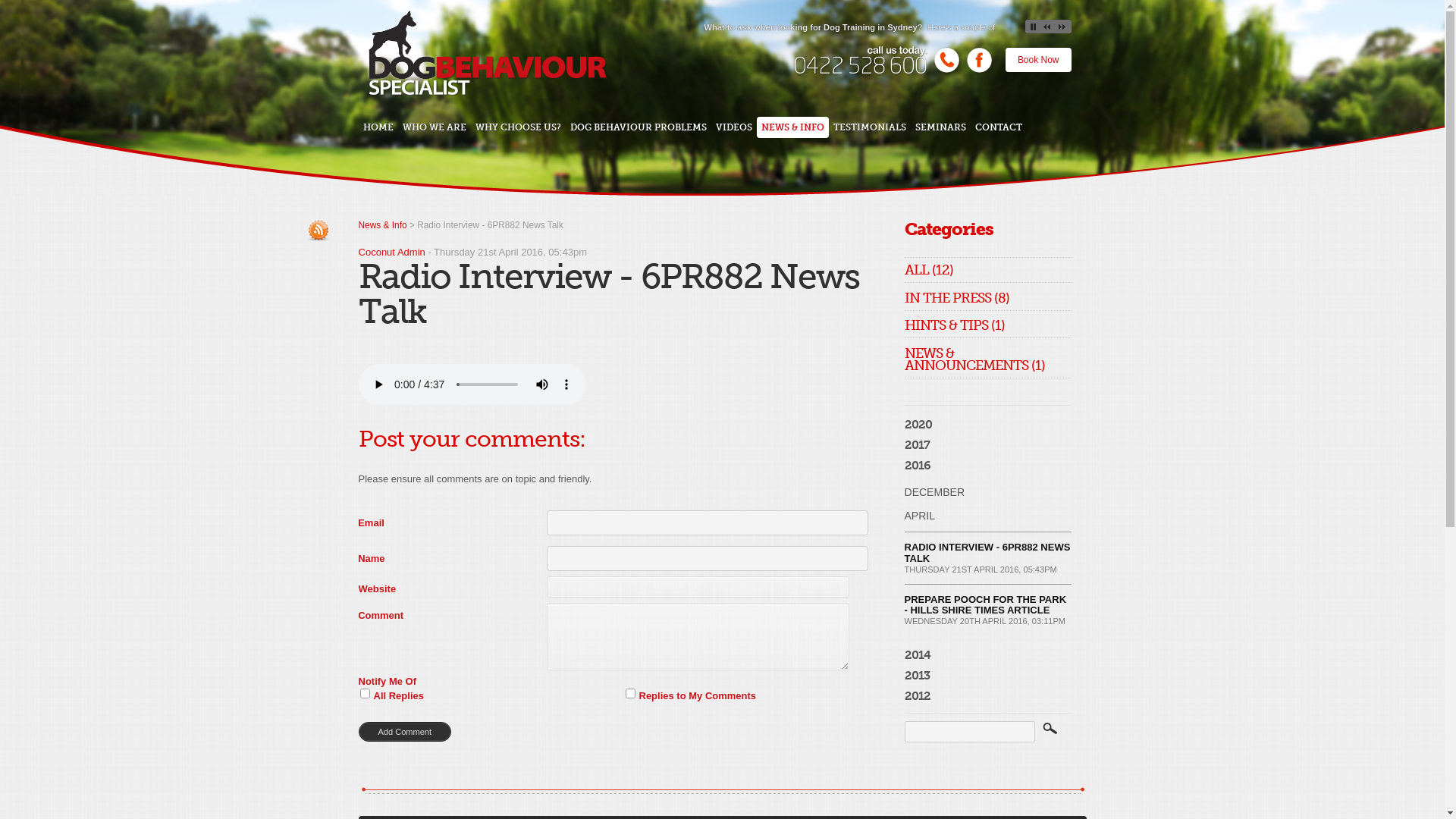 The height and width of the screenshot is (819, 1456). What do you see at coordinates (927, 271) in the screenshot?
I see `'ALL (12)'` at bounding box center [927, 271].